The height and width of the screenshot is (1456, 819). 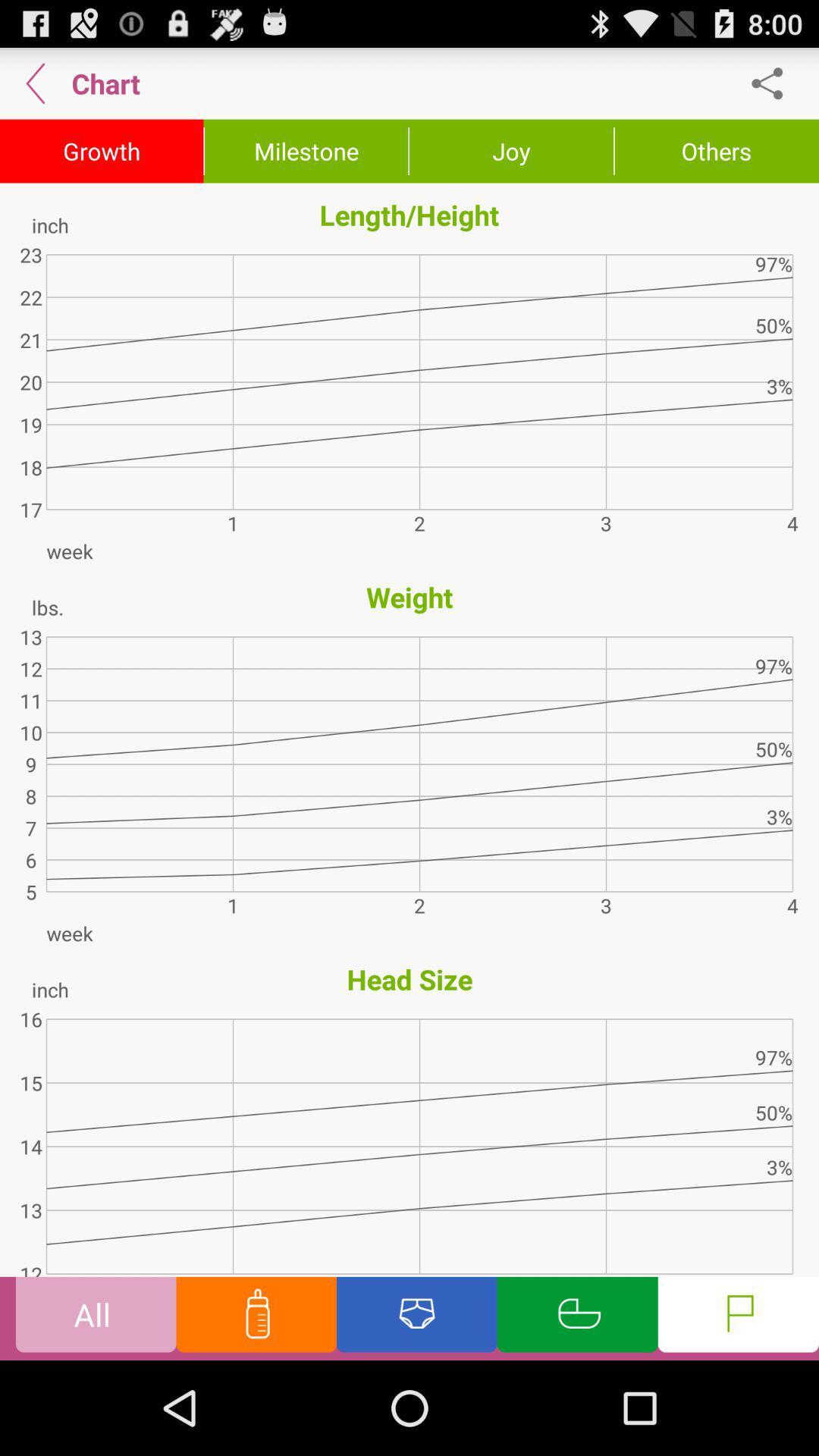 I want to click on milestone, so click(x=306, y=152).